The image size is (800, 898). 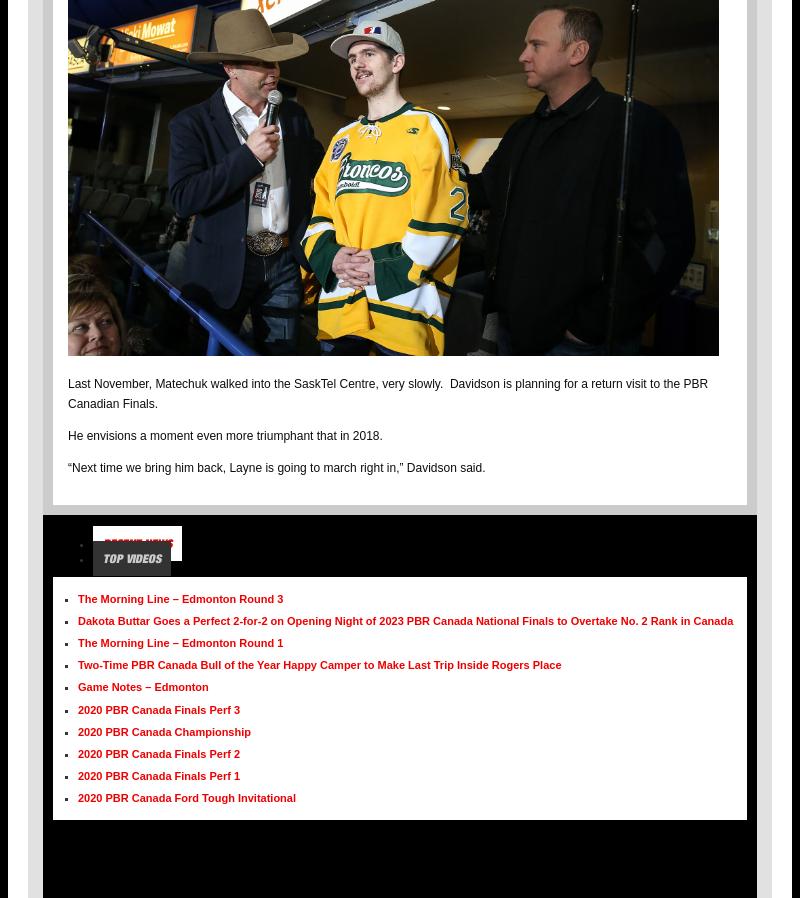 I want to click on 'He envisions a moment even more triumphant that in 2018.', so click(x=68, y=434).